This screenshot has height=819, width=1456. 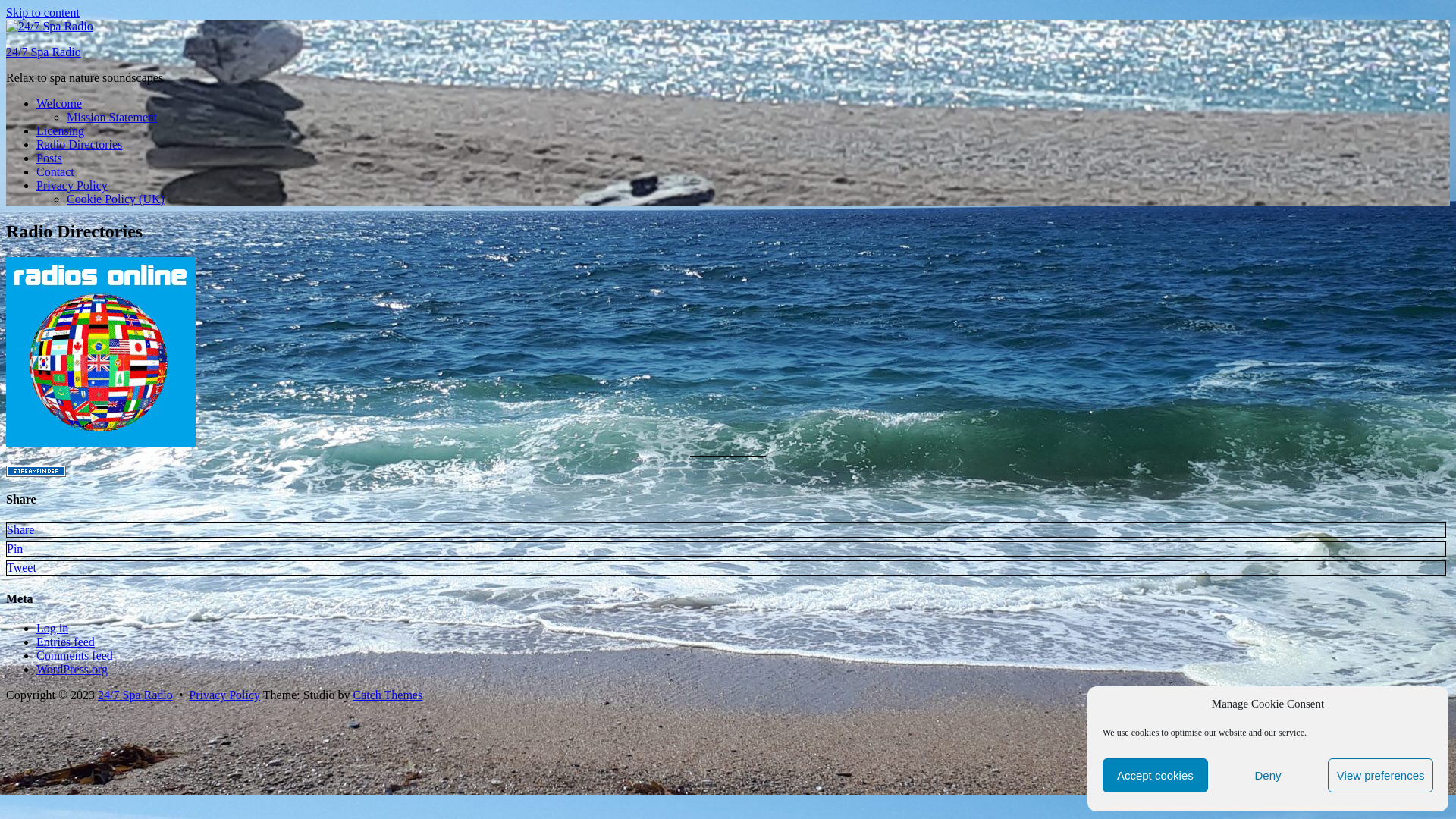 What do you see at coordinates (71, 668) in the screenshot?
I see `'WordPress.org'` at bounding box center [71, 668].